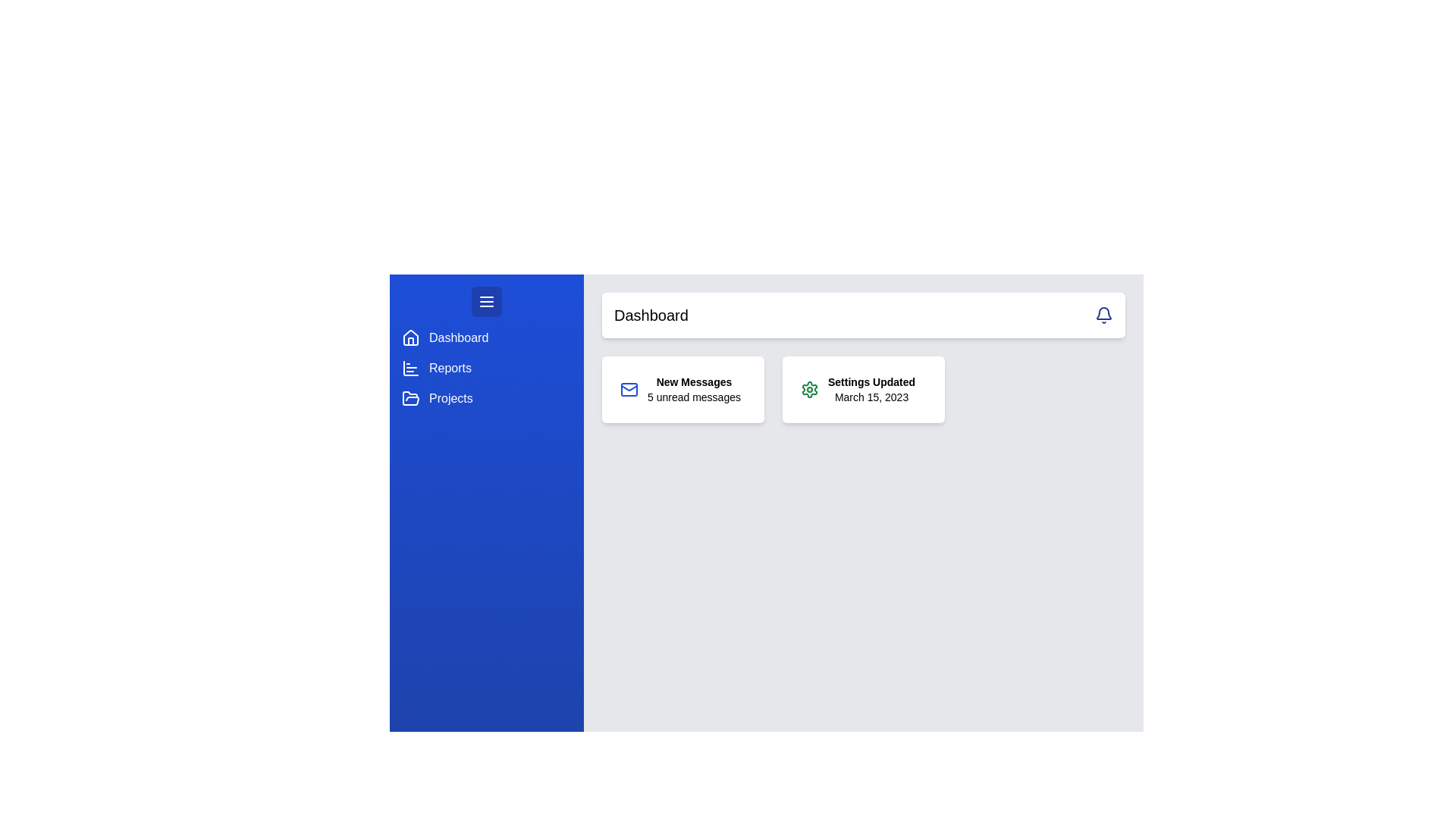 The width and height of the screenshot is (1456, 819). What do you see at coordinates (487, 301) in the screenshot?
I see `the blue rectangular button with a three-line hamburger menu icon, located` at bounding box center [487, 301].